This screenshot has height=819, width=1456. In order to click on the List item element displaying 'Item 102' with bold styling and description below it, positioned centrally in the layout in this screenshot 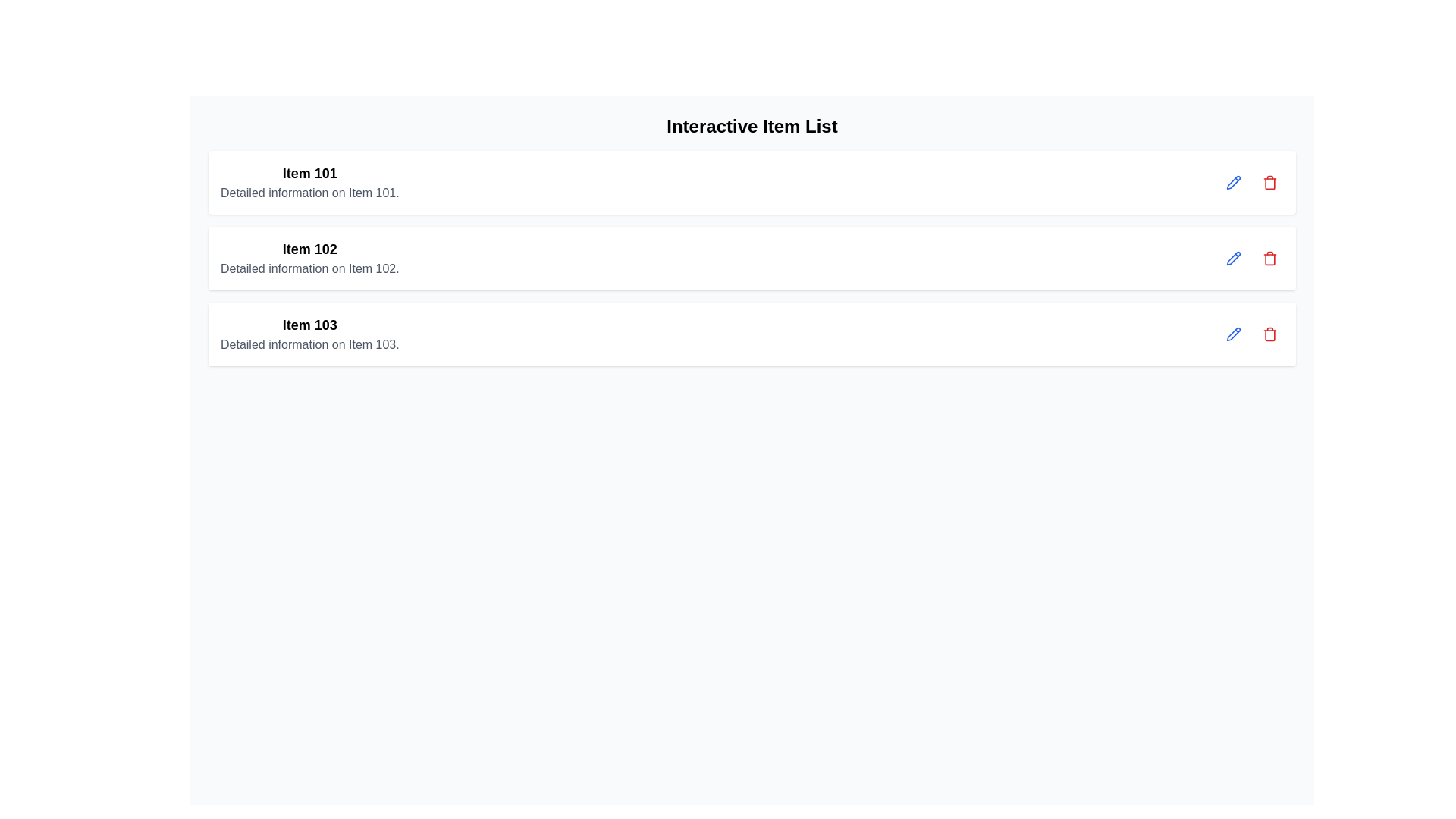, I will do `click(752, 257)`.